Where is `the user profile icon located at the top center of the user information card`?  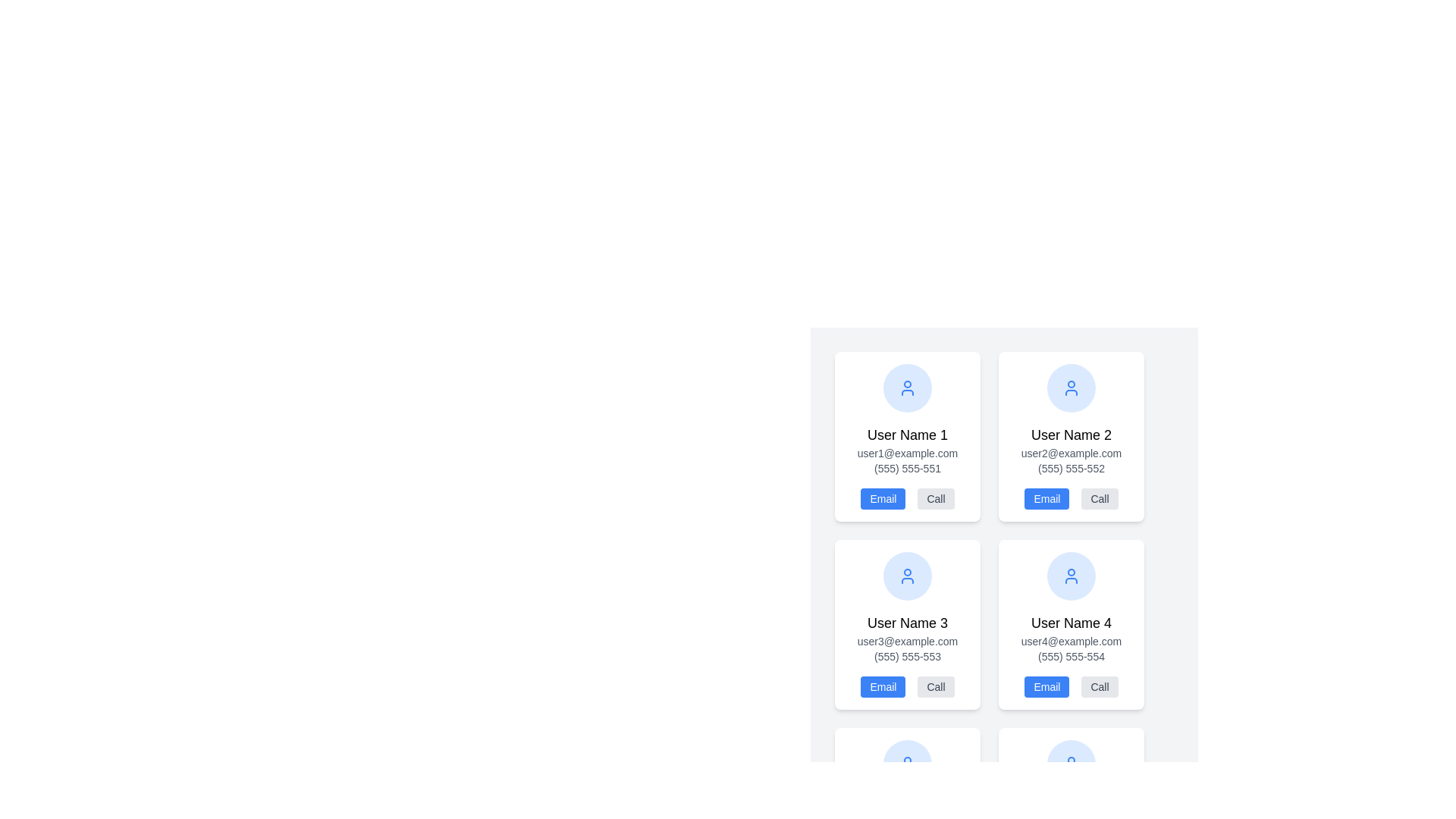
the user profile icon located at the top center of the user information card is located at coordinates (1070, 576).